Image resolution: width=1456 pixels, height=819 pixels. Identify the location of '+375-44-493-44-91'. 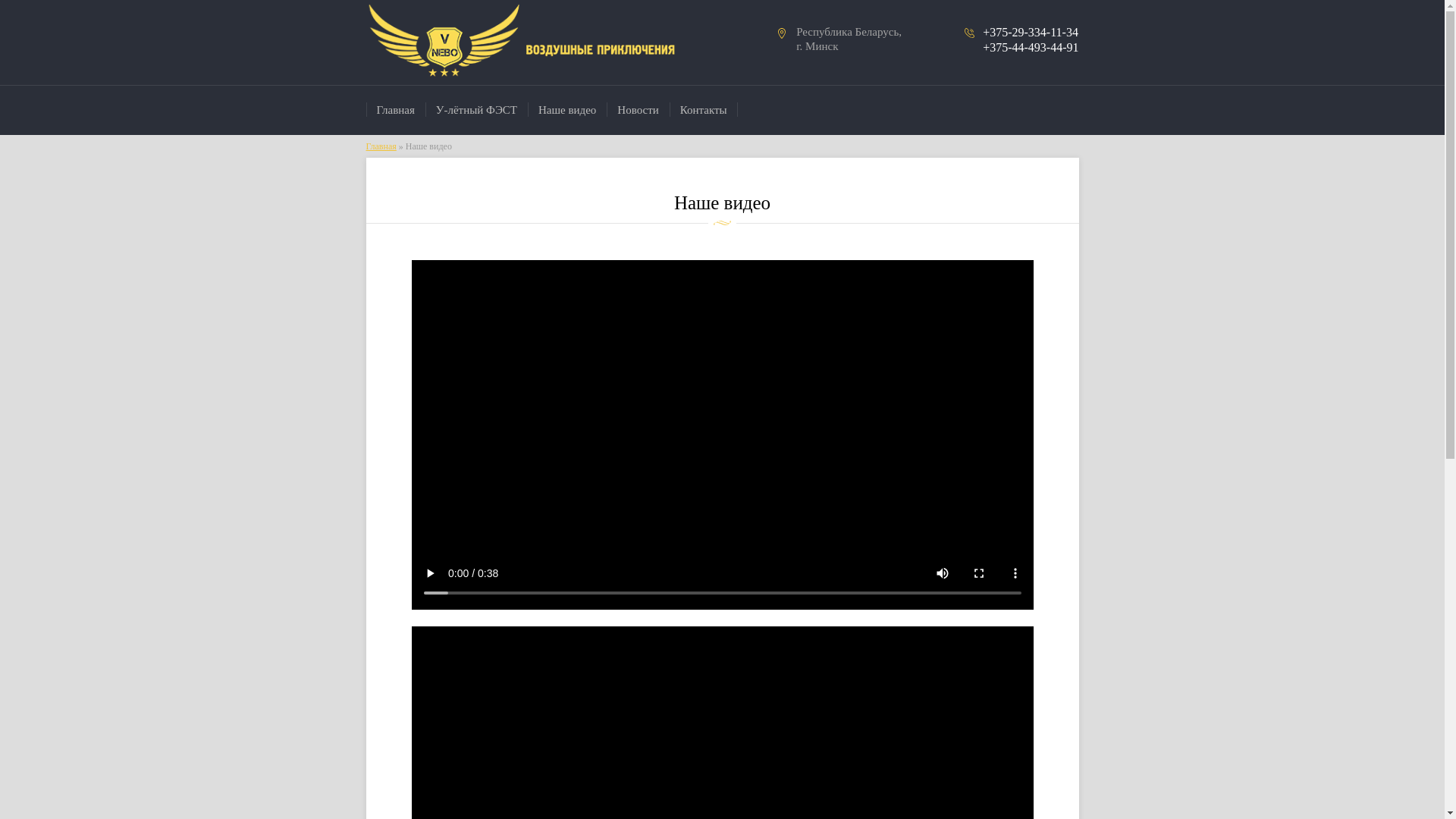
(1030, 46).